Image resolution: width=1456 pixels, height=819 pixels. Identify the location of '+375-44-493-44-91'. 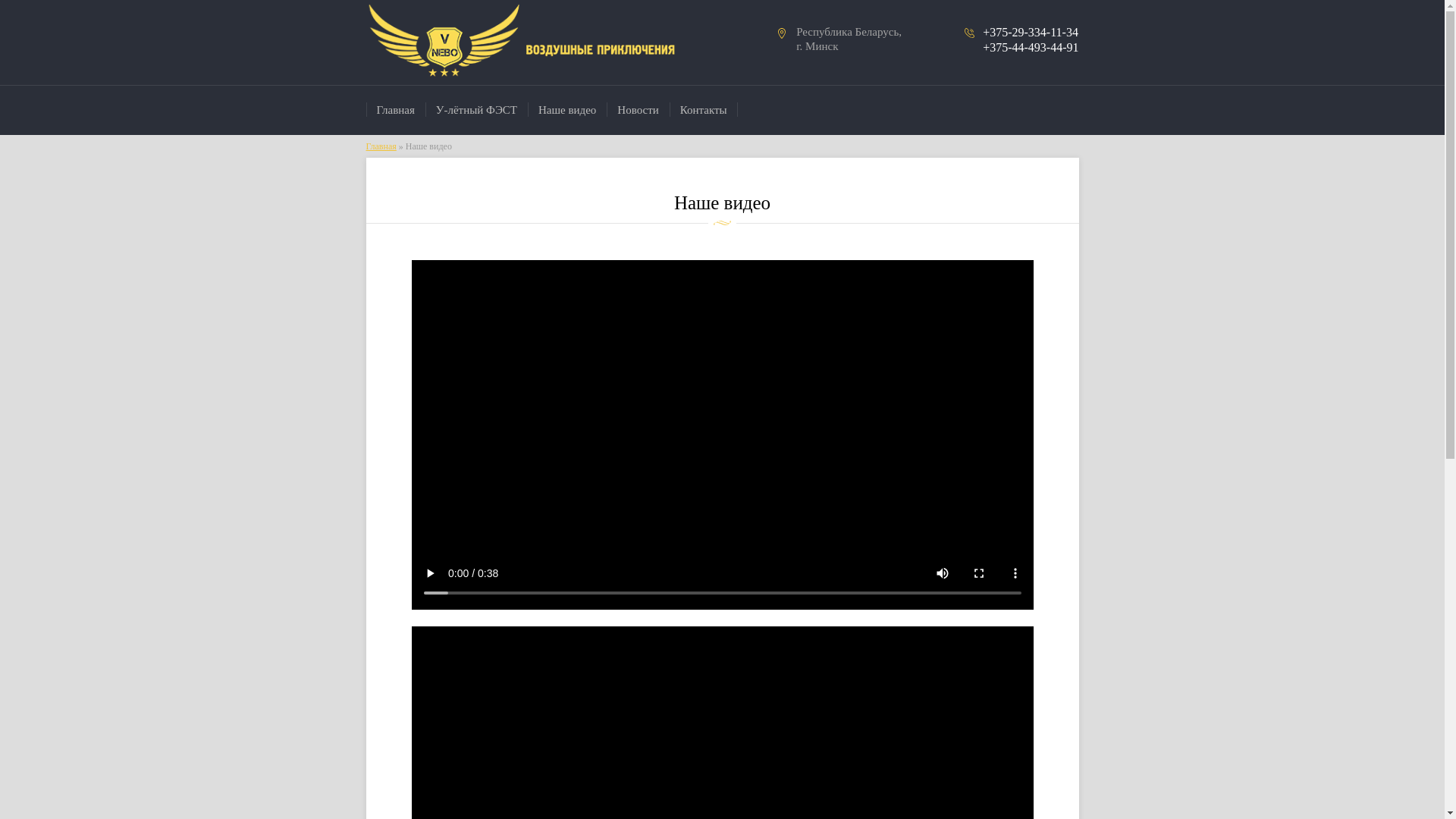
(1030, 46).